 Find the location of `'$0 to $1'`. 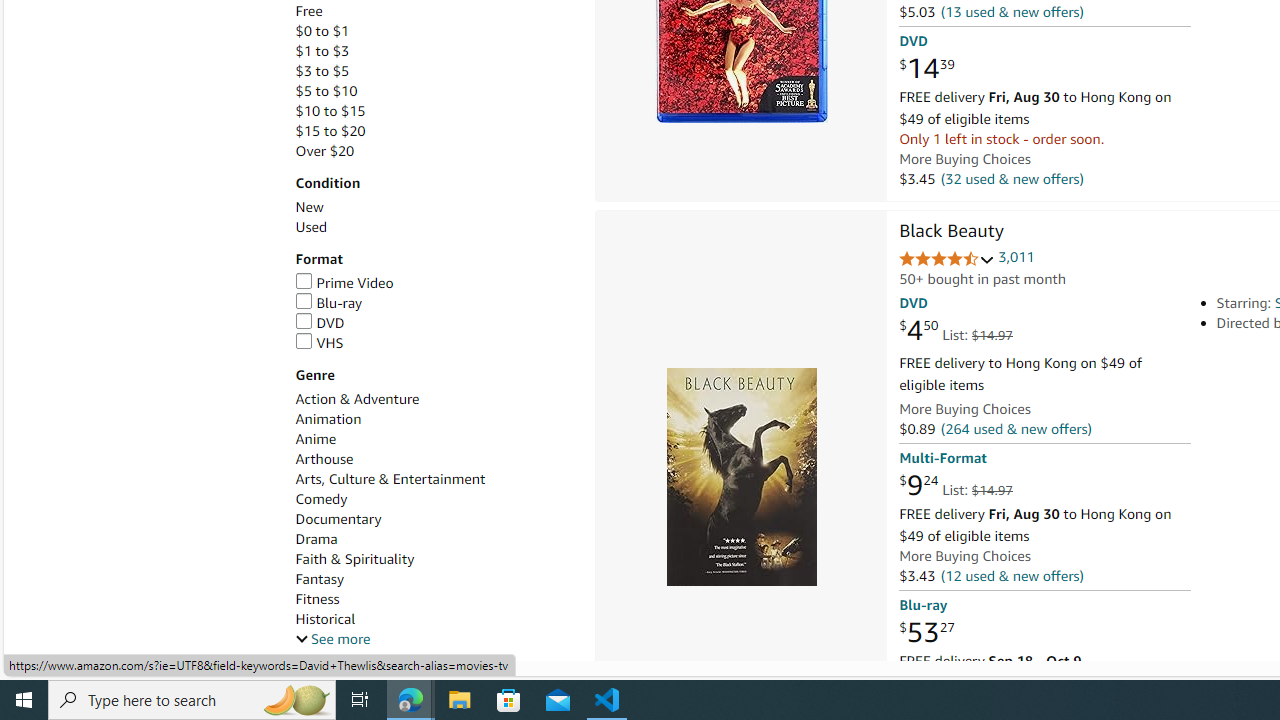

'$0 to $1' is located at coordinates (433, 31).